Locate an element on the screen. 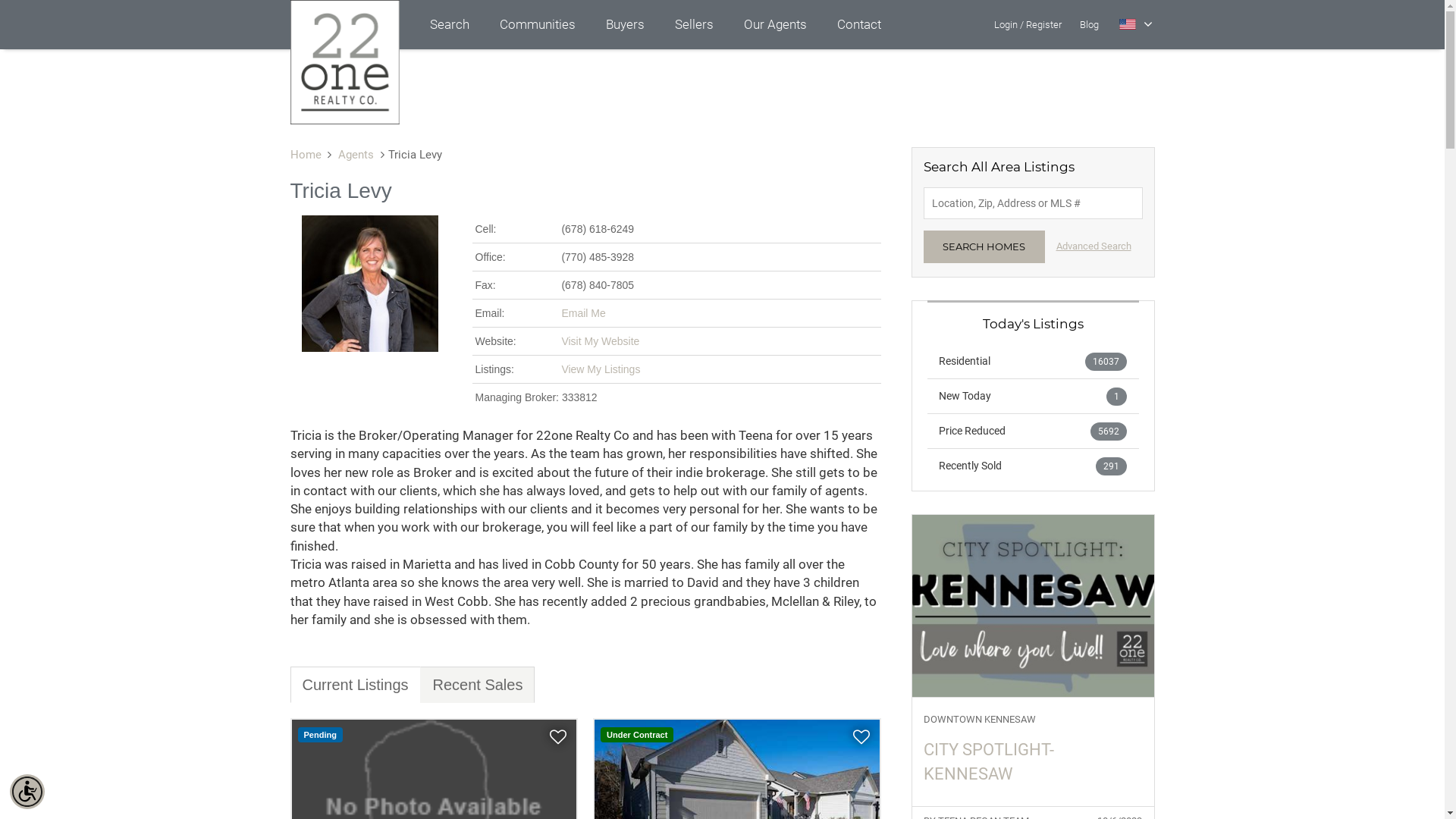 The image size is (1456, 819). 'Agents' is located at coordinates (337, 155).